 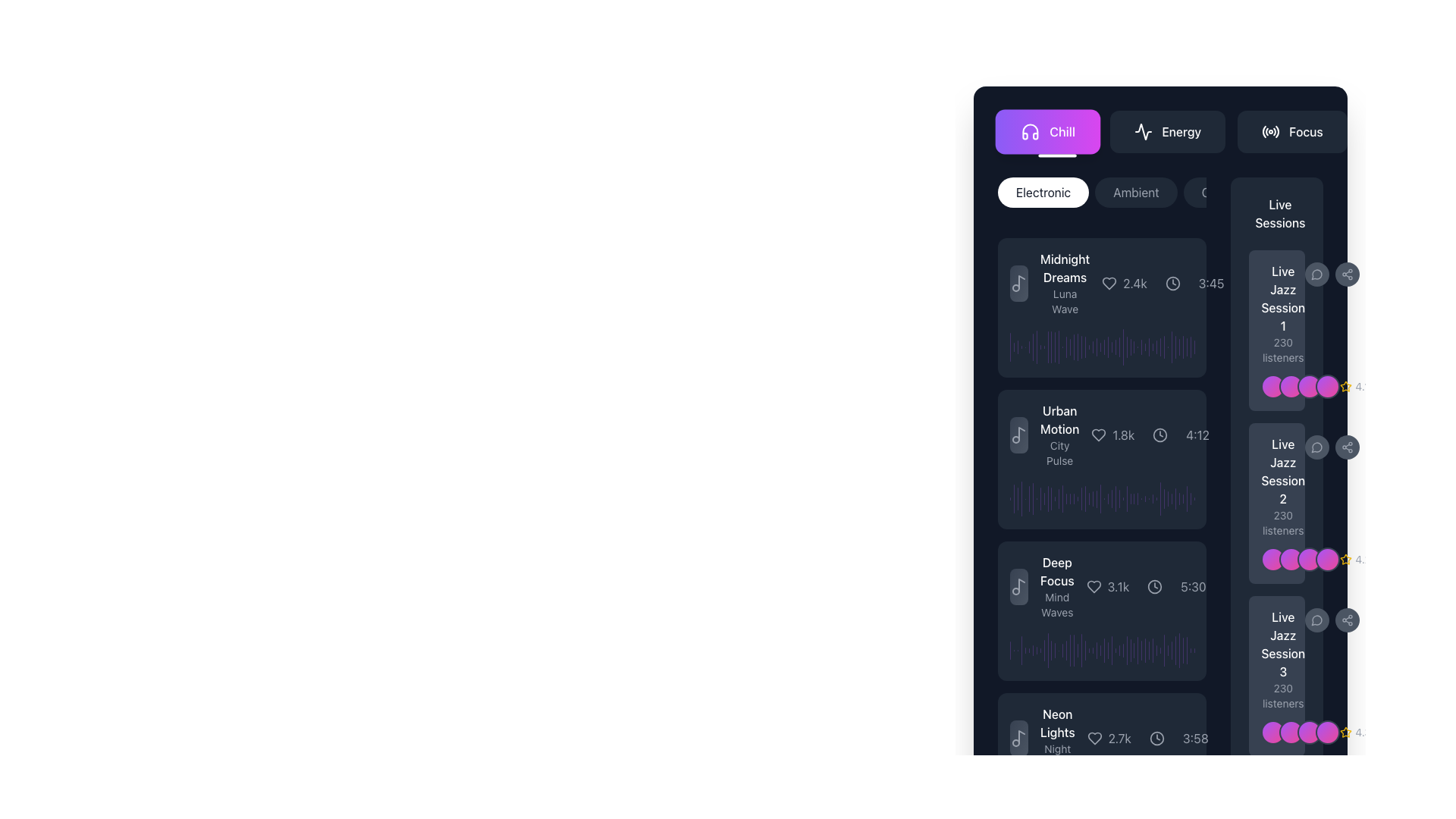 What do you see at coordinates (1094, 586) in the screenshot?
I see `the heart icon located to the left of the '3.1k' count label in the third row of music entries labeled 'Deep Focus' to like or unlike` at bounding box center [1094, 586].